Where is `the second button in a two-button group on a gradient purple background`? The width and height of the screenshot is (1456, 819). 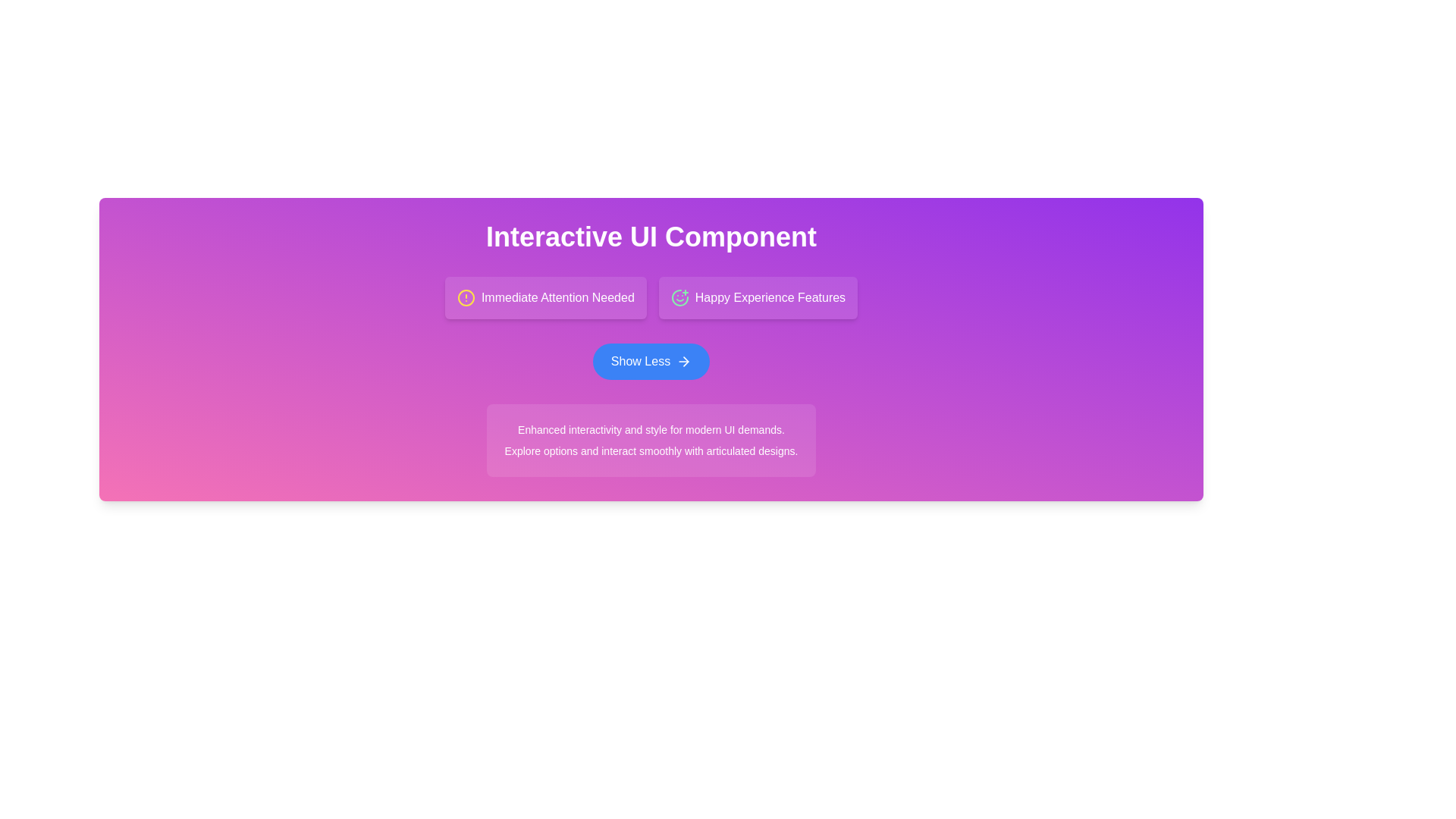 the second button in a two-button group on a gradient purple background is located at coordinates (758, 298).